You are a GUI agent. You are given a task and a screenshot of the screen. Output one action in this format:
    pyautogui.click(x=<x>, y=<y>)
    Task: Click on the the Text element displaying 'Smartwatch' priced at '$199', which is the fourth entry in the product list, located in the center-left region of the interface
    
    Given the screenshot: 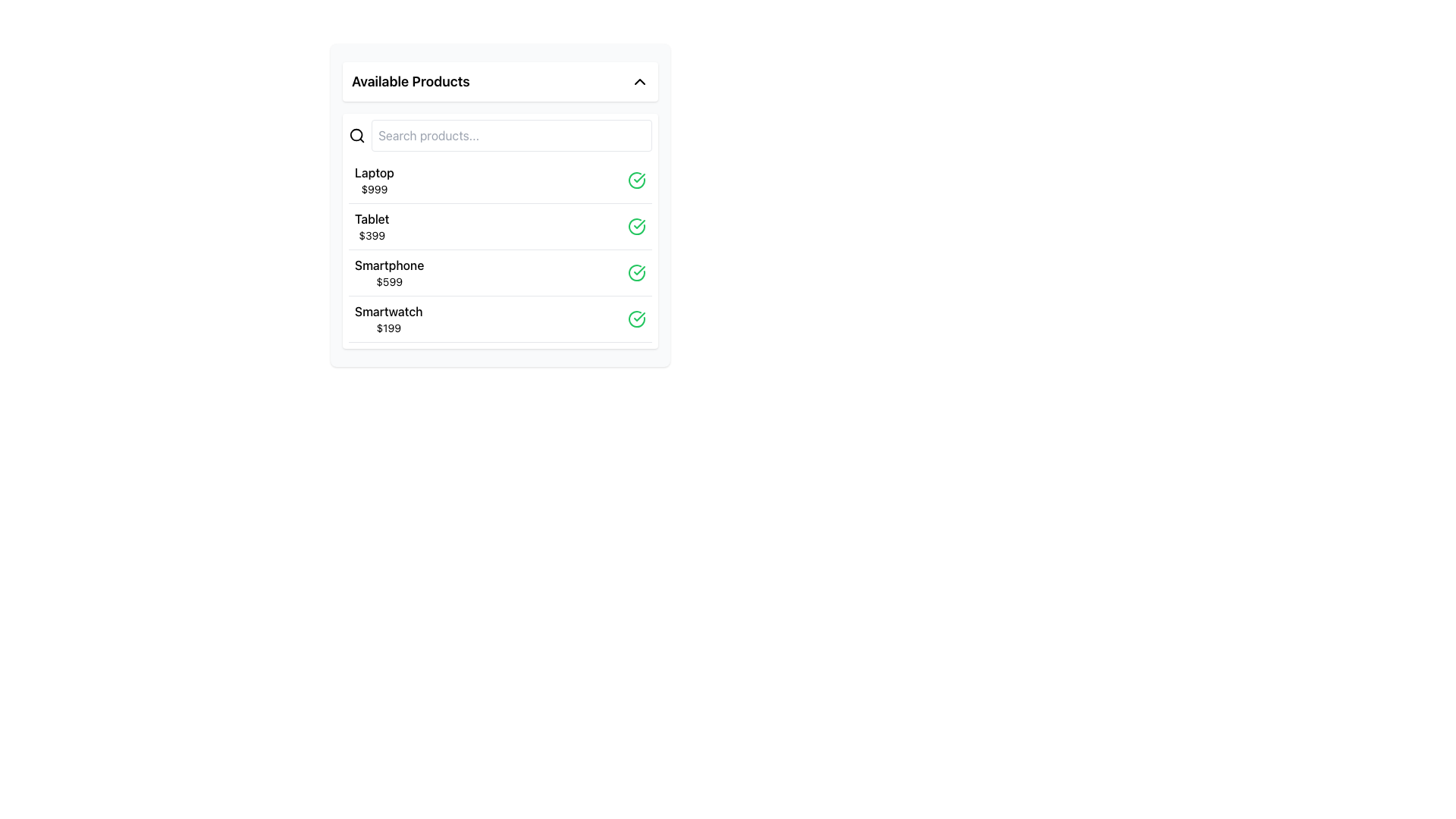 What is the action you would take?
    pyautogui.click(x=388, y=318)
    